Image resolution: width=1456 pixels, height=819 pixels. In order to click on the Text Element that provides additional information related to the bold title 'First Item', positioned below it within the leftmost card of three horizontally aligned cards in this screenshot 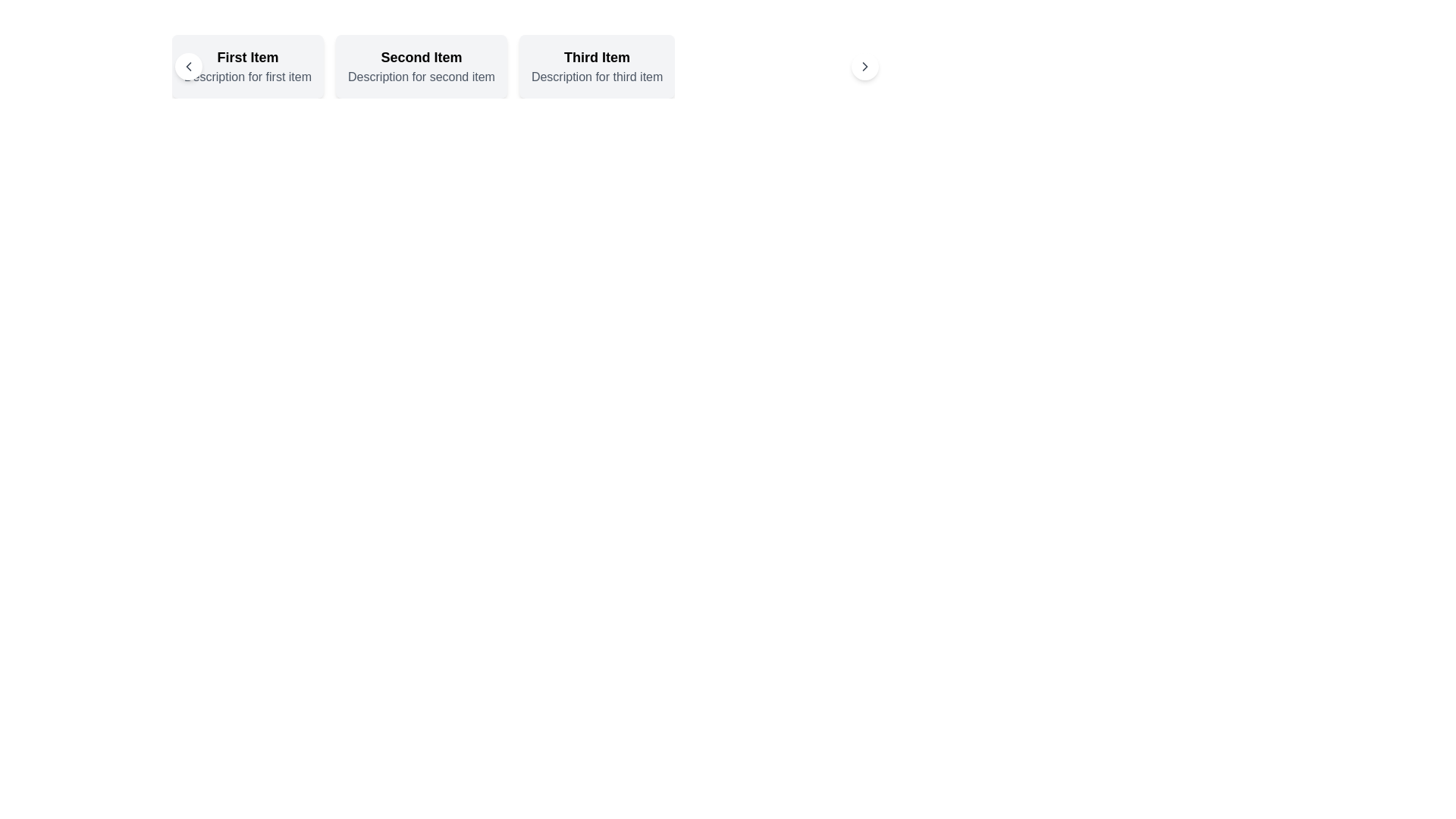, I will do `click(247, 77)`.